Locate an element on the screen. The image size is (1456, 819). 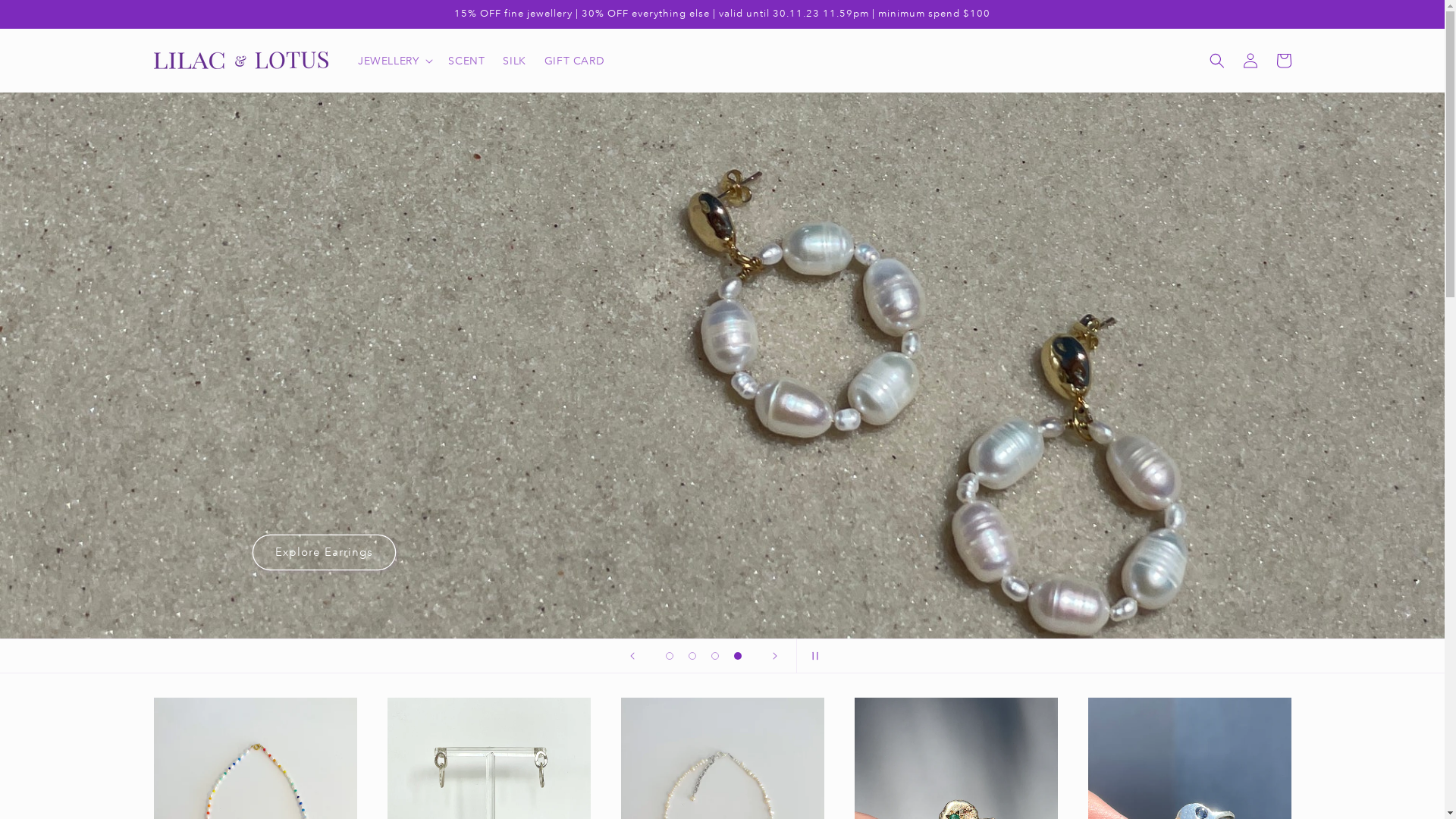
'GIFT CARD' is located at coordinates (573, 60).